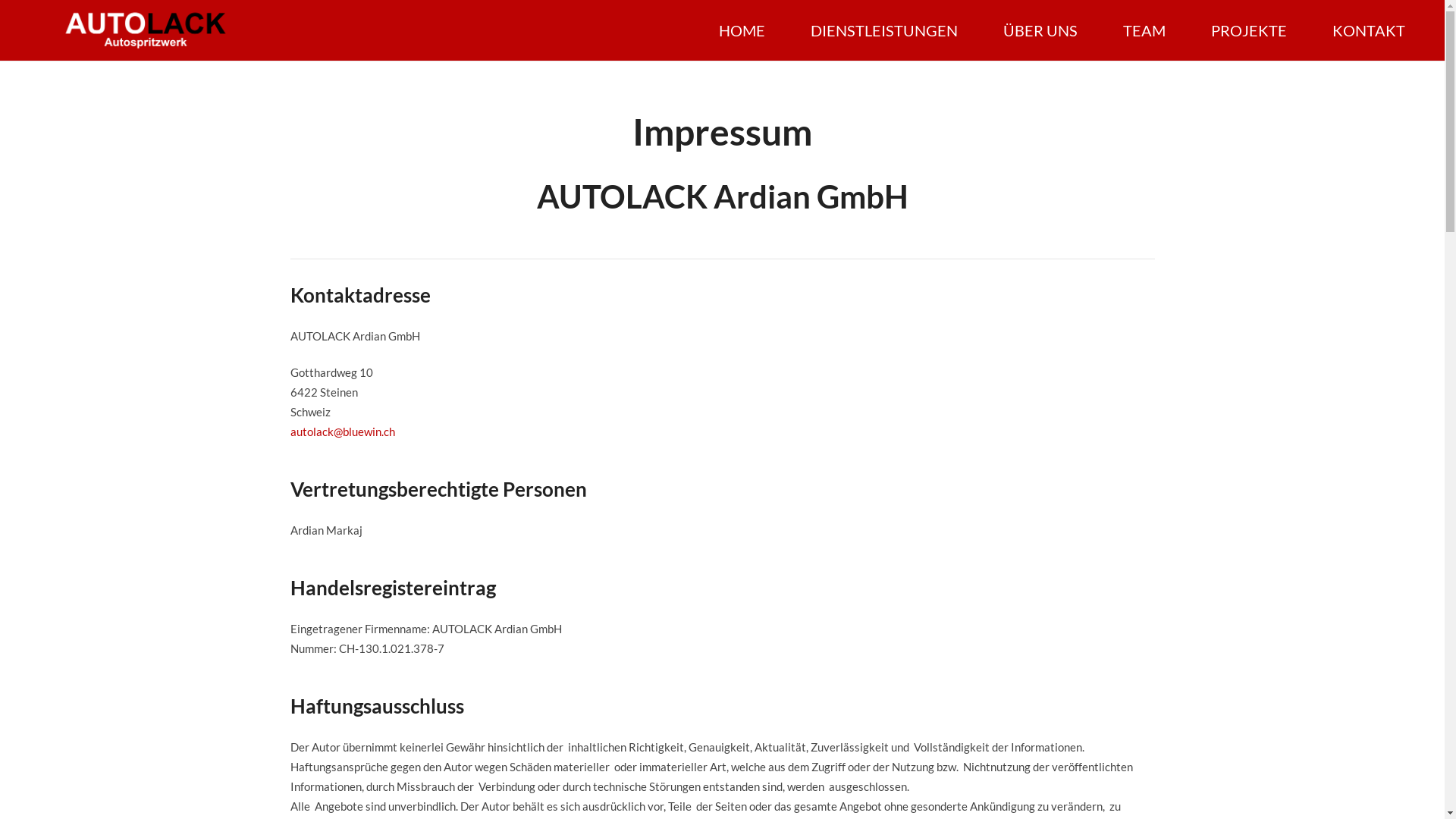 Image resolution: width=1456 pixels, height=819 pixels. I want to click on 'TEAM', so click(1144, 30).